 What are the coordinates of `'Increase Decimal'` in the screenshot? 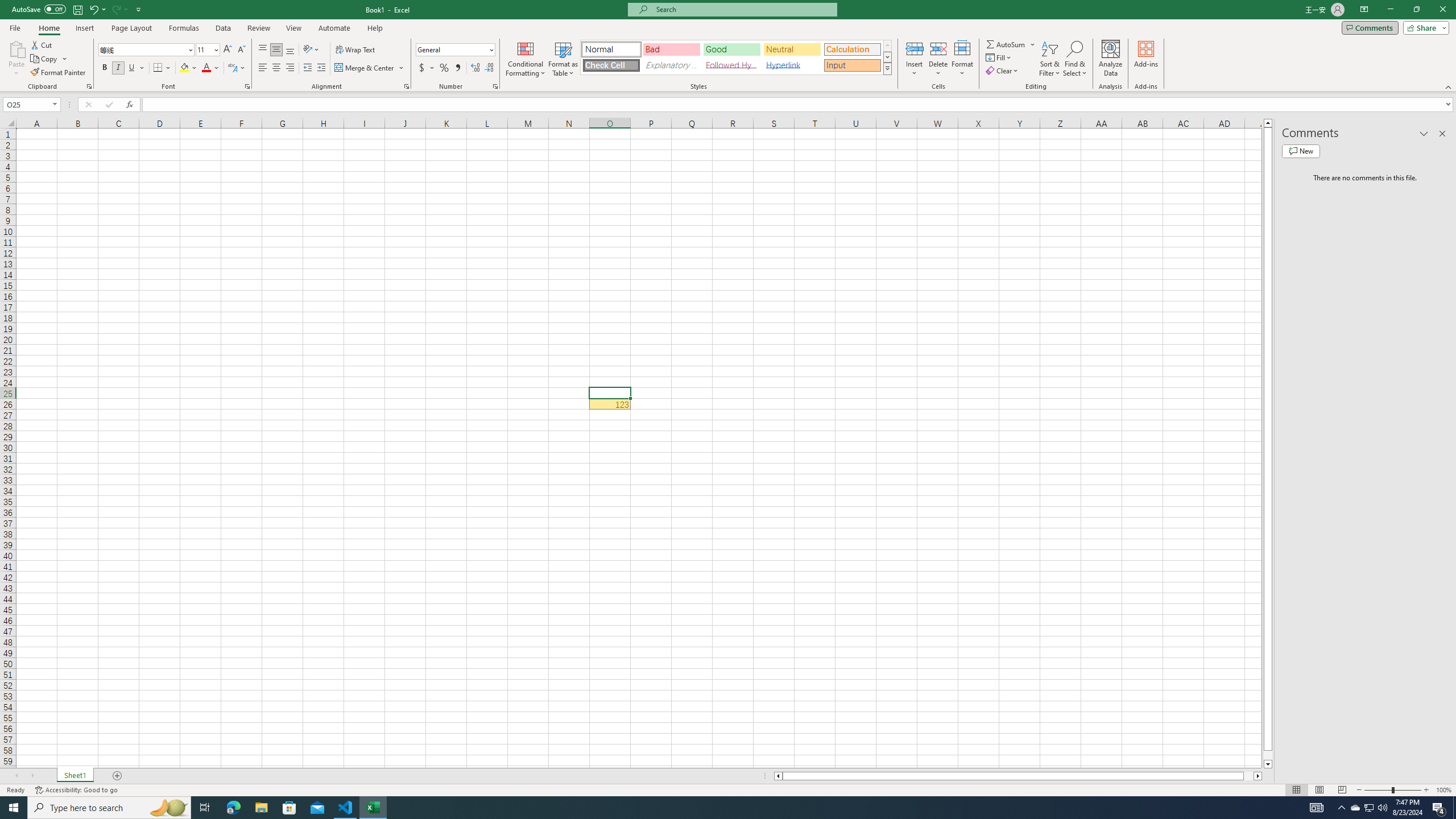 It's located at (475, 67).